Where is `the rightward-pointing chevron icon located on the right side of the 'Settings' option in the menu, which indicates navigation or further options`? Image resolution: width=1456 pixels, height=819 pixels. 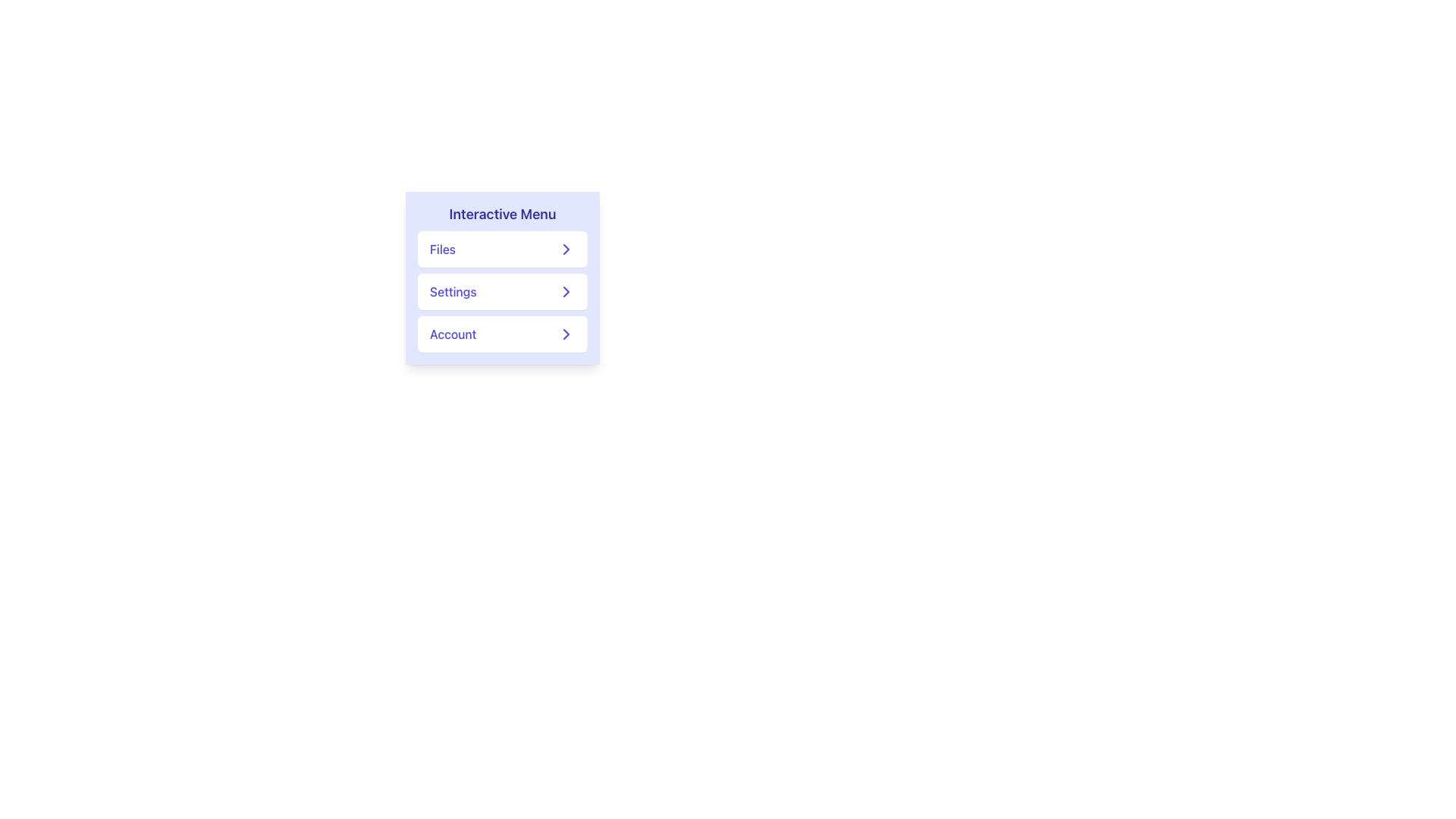 the rightward-pointing chevron icon located on the right side of the 'Settings' option in the menu, which indicates navigation or further options is located at coordinates (566, 292).